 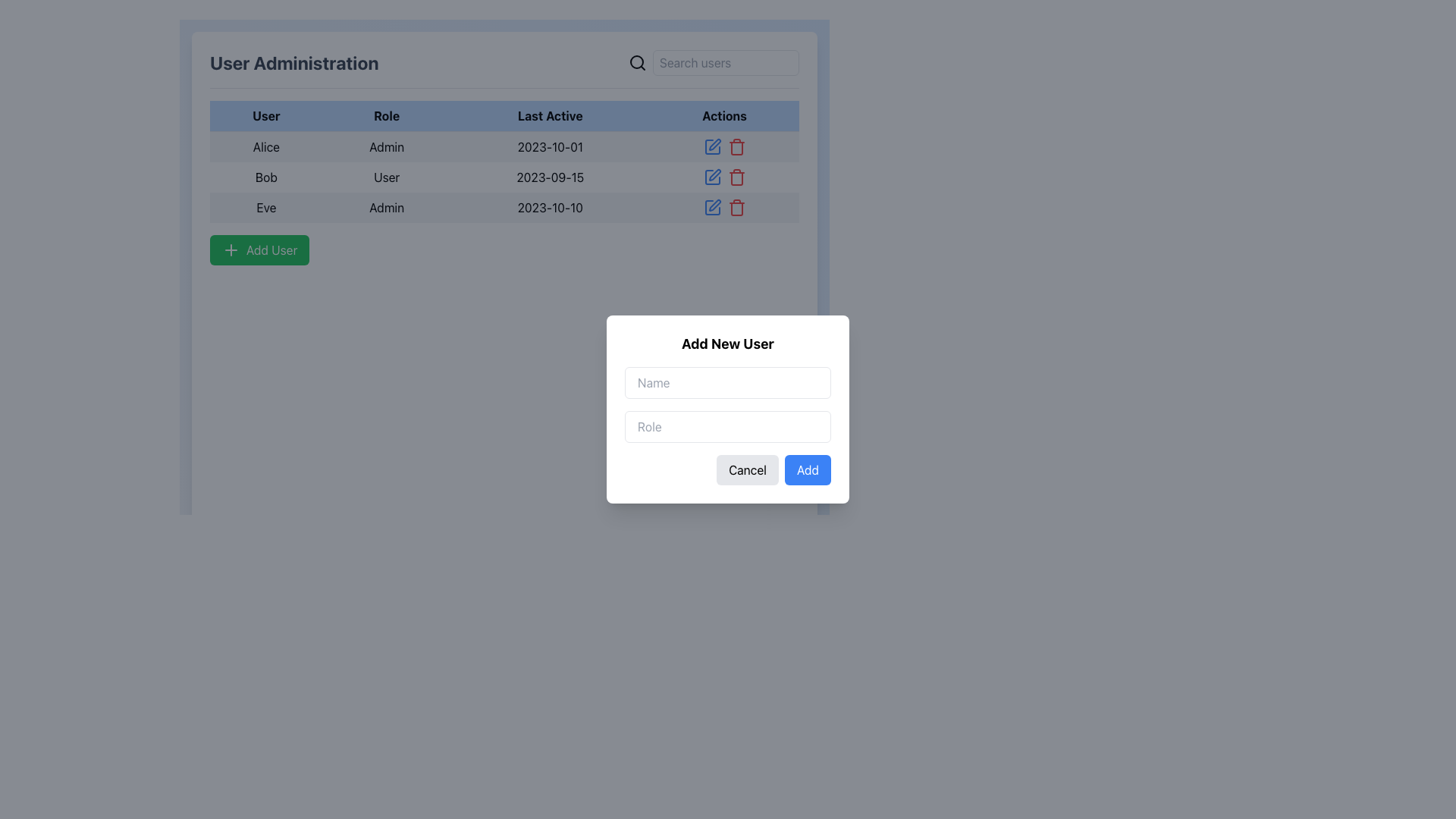 I want to click on the pen-shaped icon within the 'Actions' column of the user table associated with the entry labeled 'Eve', so click(x=714, y=205).